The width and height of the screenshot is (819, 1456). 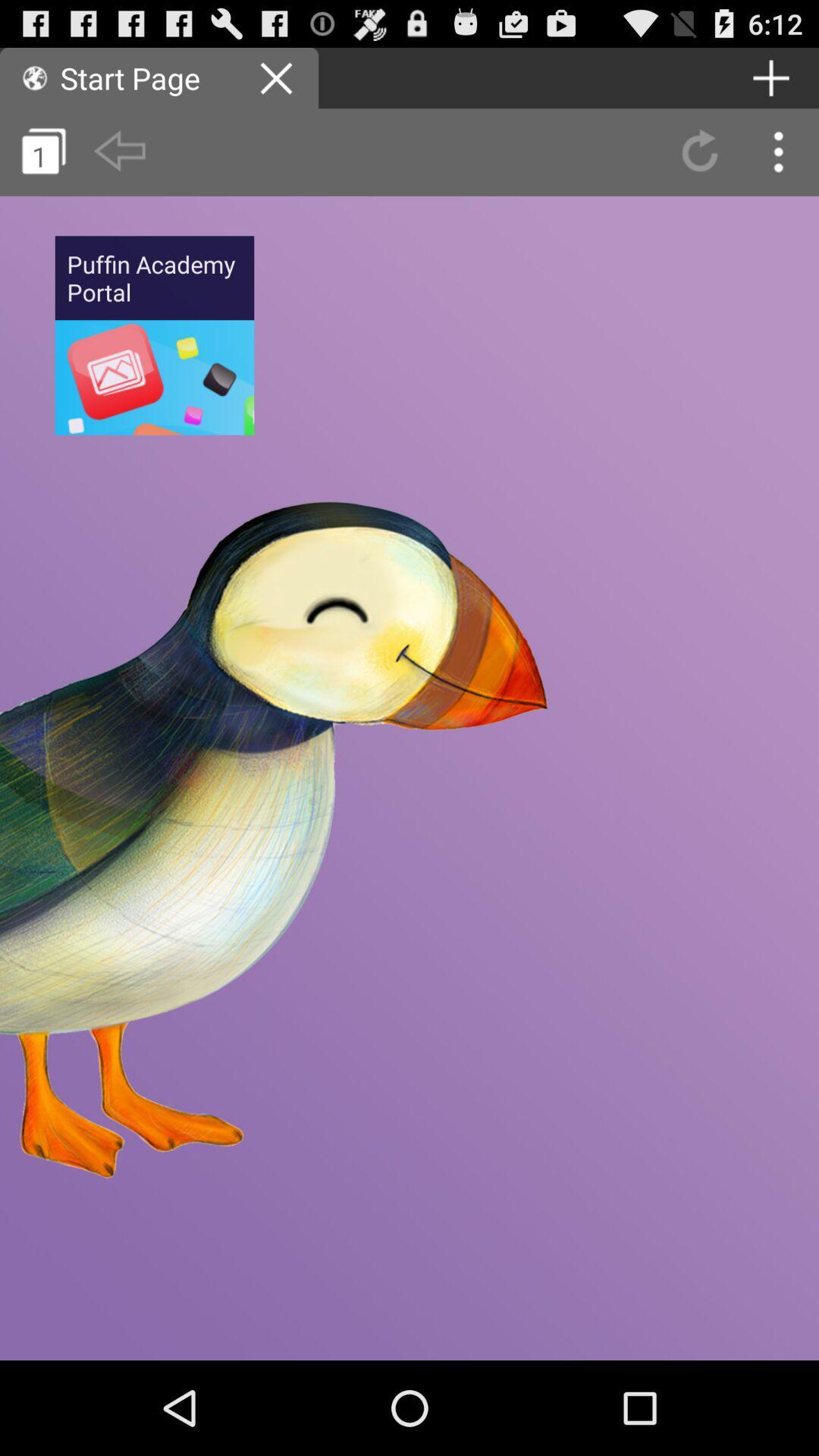 What do you see at coordinates (278, 83) in the screenshot?
I see `the close icon` at bounding box center [278, 83].